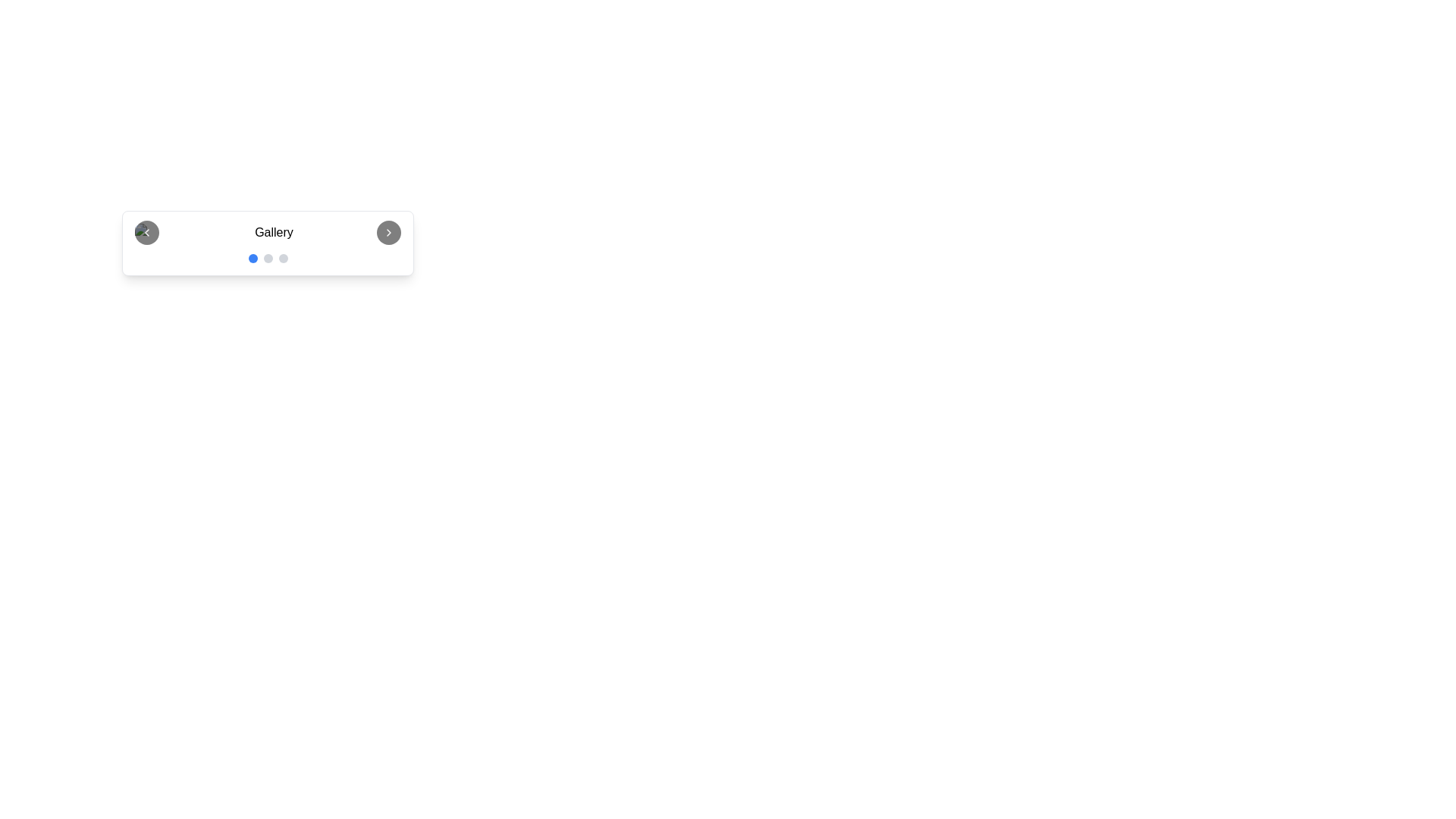  I want to click on the button on the left side of the gallery, so click(146, 233).